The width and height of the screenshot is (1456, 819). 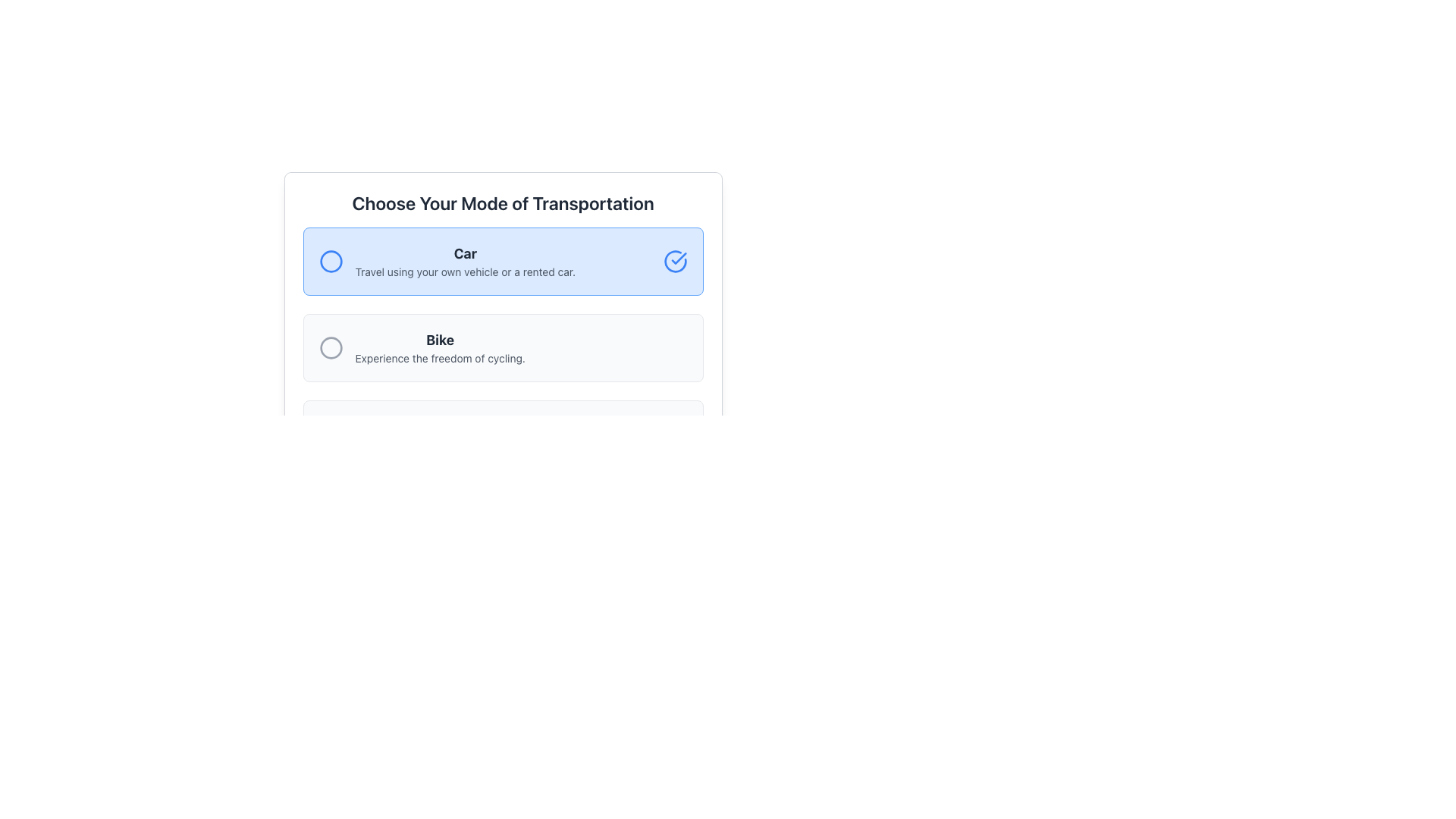 What do you see at coordinates (464, 260) in the screenshot?
I see `the text block that contains two lines: 'Car' in bold and 'Travel using your own vehicle or a rented car.' This text block is located inside the first selectable card under the heading 'Choose Your Mode of Transportation.'` at bounding box center [464, 260].